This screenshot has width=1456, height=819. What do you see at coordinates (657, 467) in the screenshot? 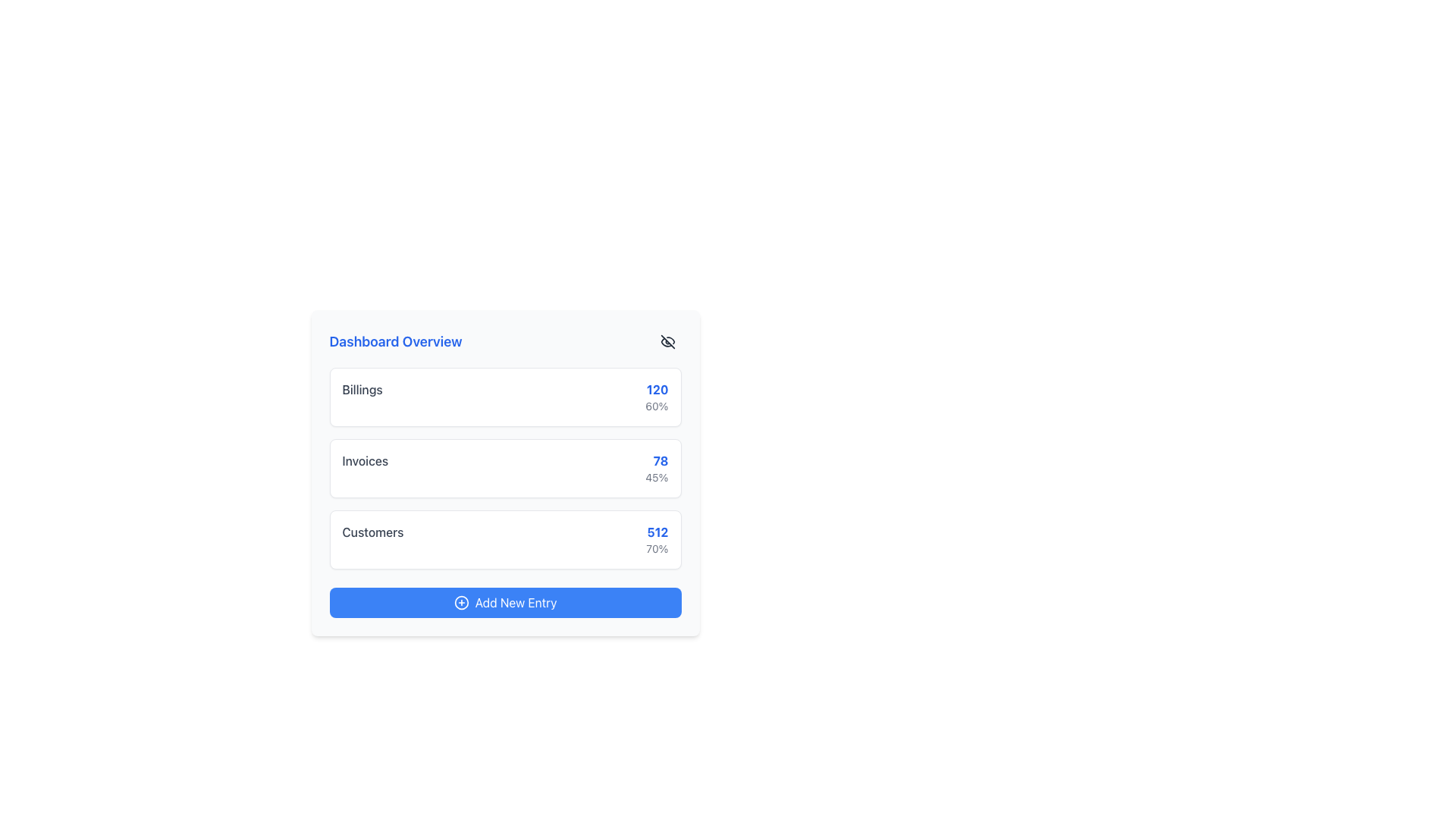
I see `numeric data ('78') and associated percentage ('45%') from the Text-based information widget located in the top right corner of the 'Invoices' card` at bounding box center [657, 467].